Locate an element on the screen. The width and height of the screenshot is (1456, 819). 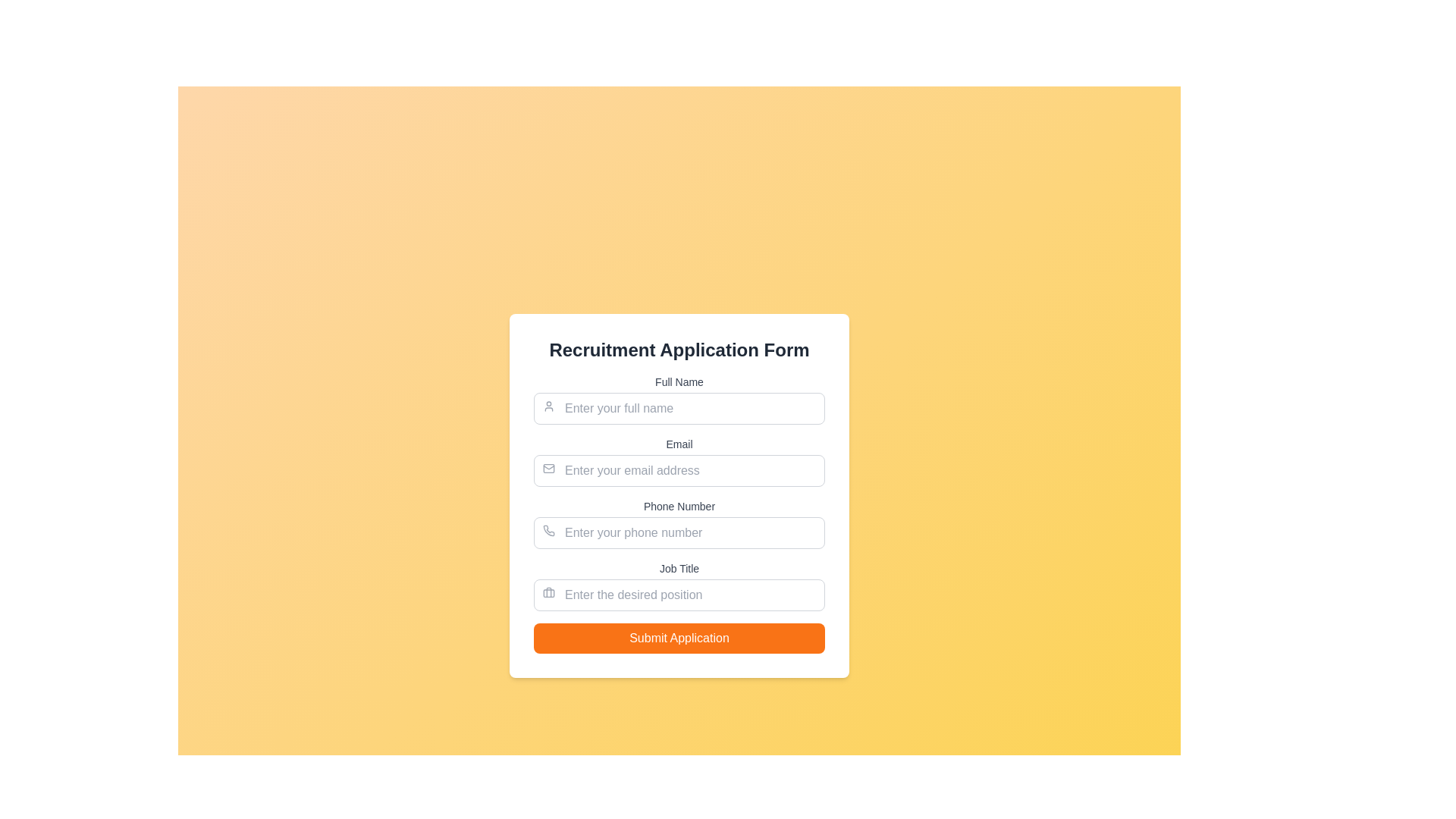
the label that provides context for the input field between the 'Phone Number' and 'Enter the desired position' fields is located at coordinates (679, 568).